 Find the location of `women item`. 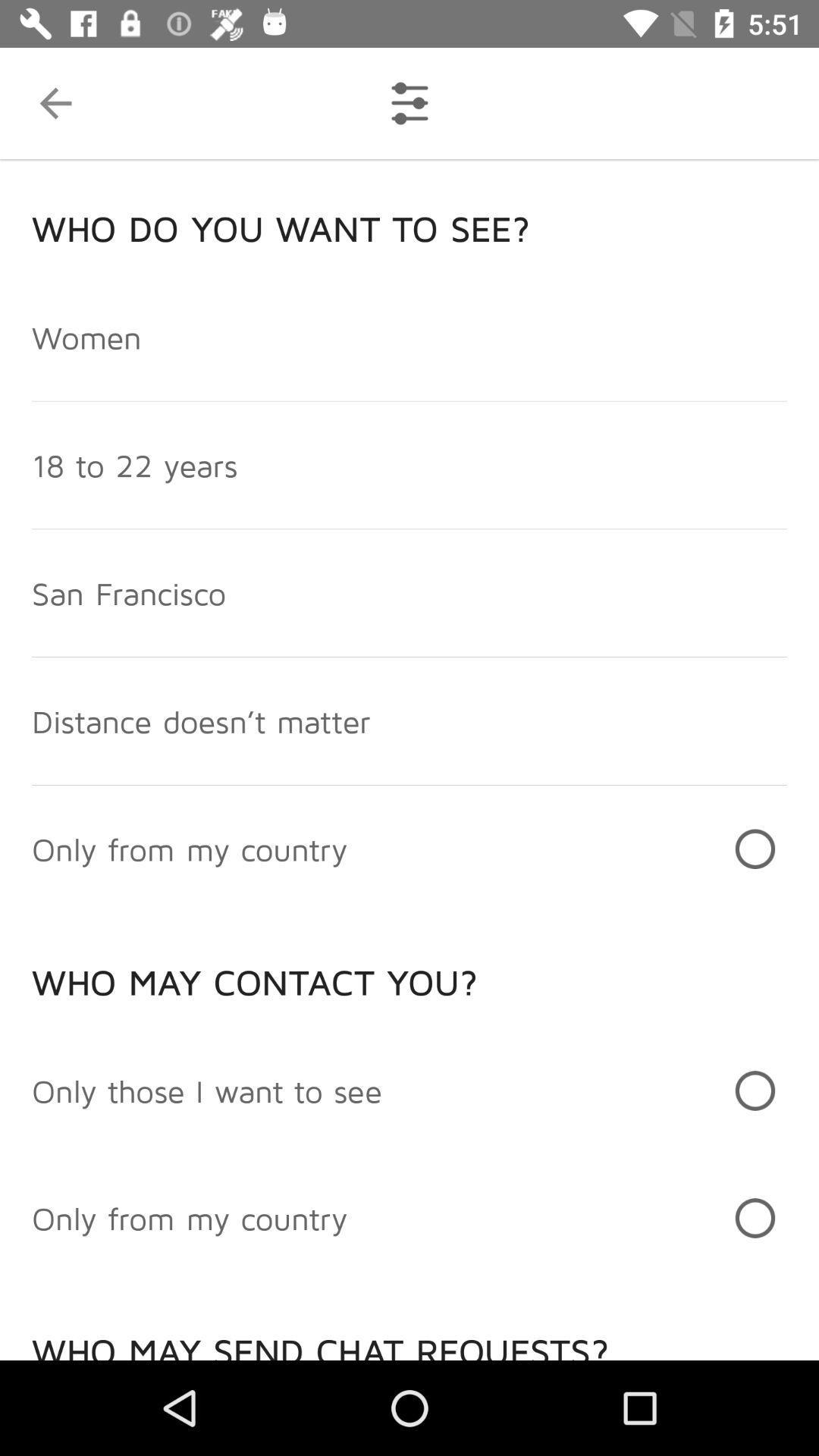

women item is located at coordinates (86, 336).